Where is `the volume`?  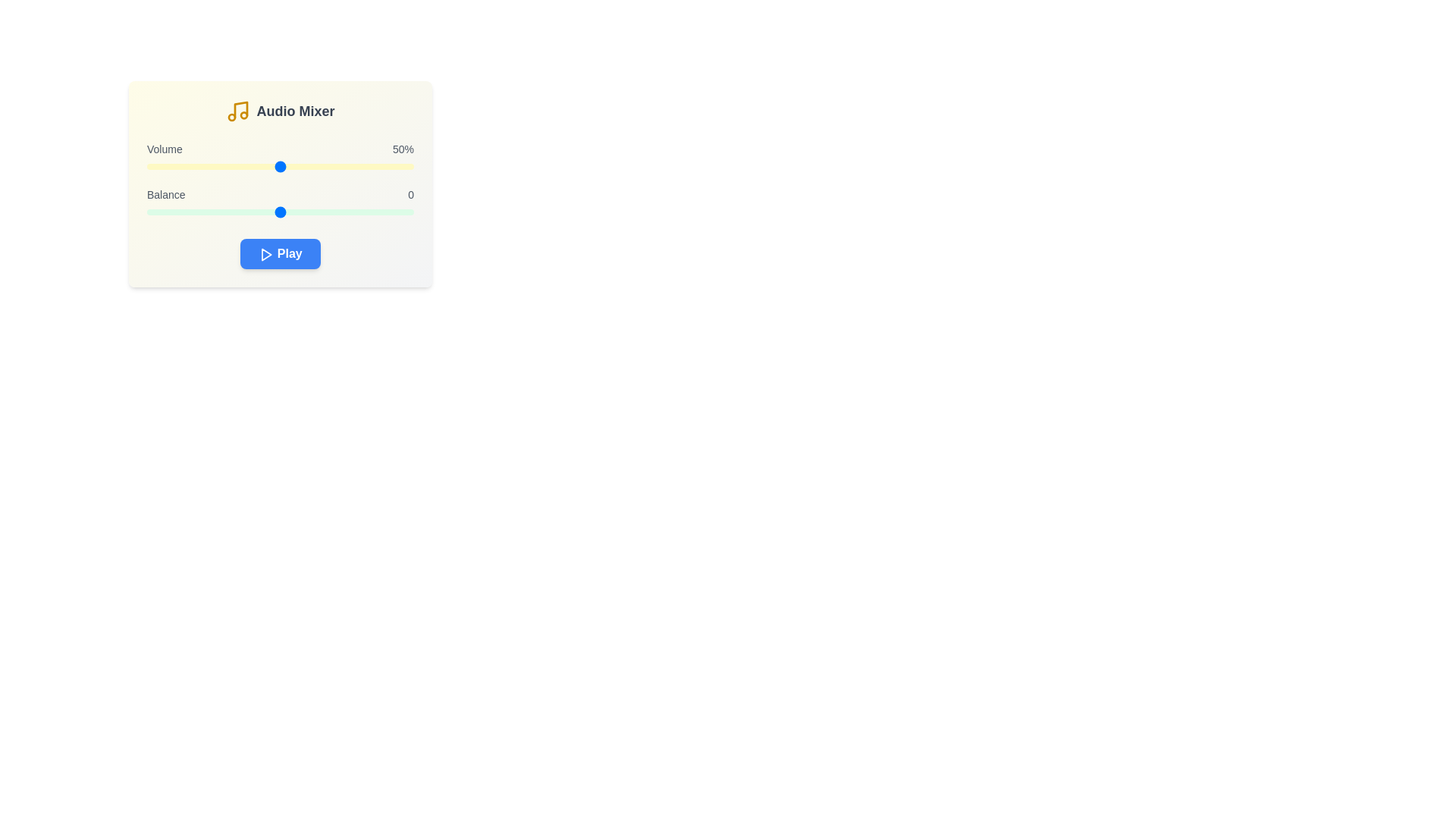
the volume is located at coordinates (302, 166).